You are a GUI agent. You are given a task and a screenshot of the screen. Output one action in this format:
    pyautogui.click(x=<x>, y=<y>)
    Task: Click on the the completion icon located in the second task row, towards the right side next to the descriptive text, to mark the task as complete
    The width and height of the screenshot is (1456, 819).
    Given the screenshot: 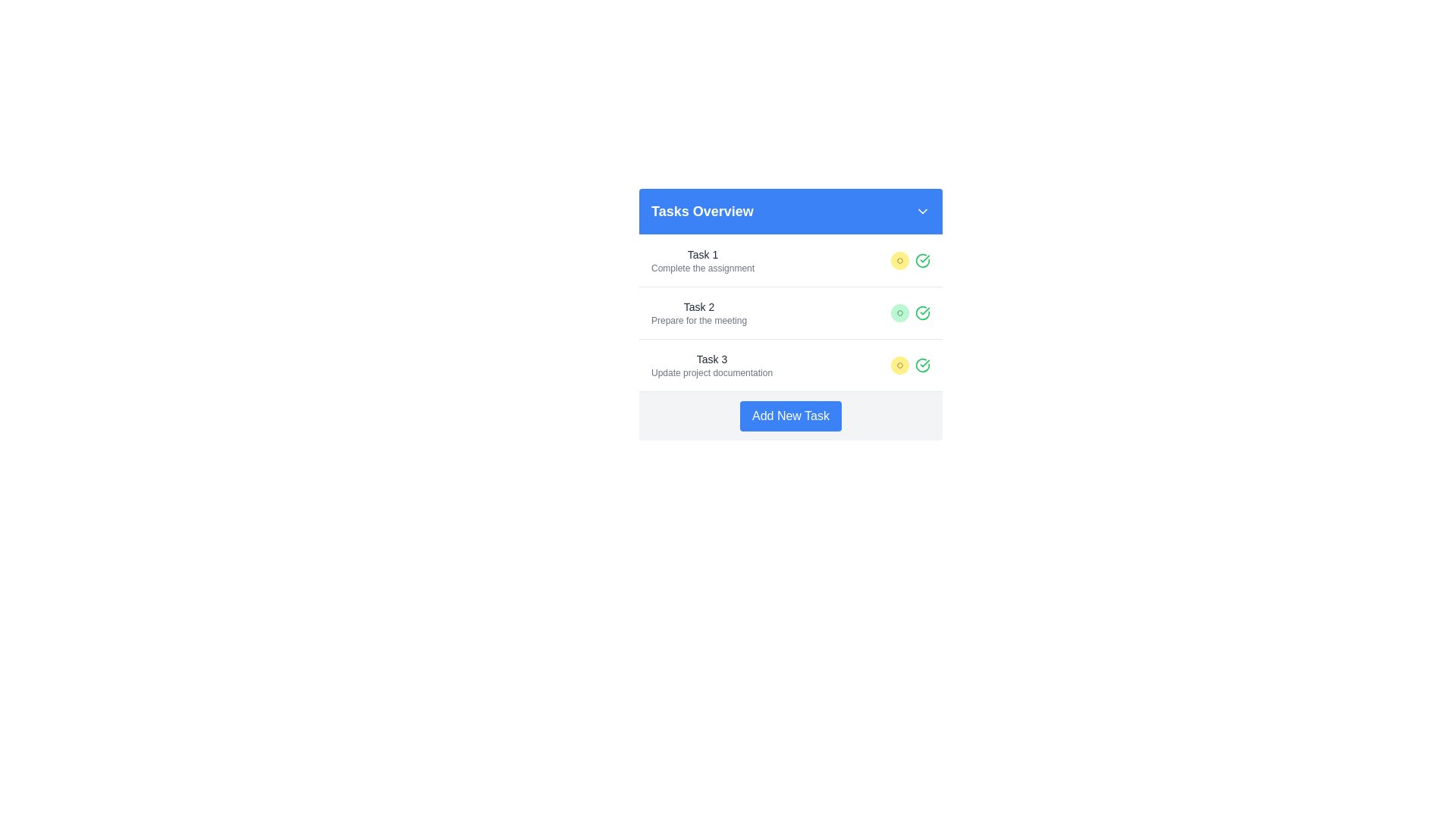 What is the action you would take?
    pyautogui.click(x=922, y=312)
    